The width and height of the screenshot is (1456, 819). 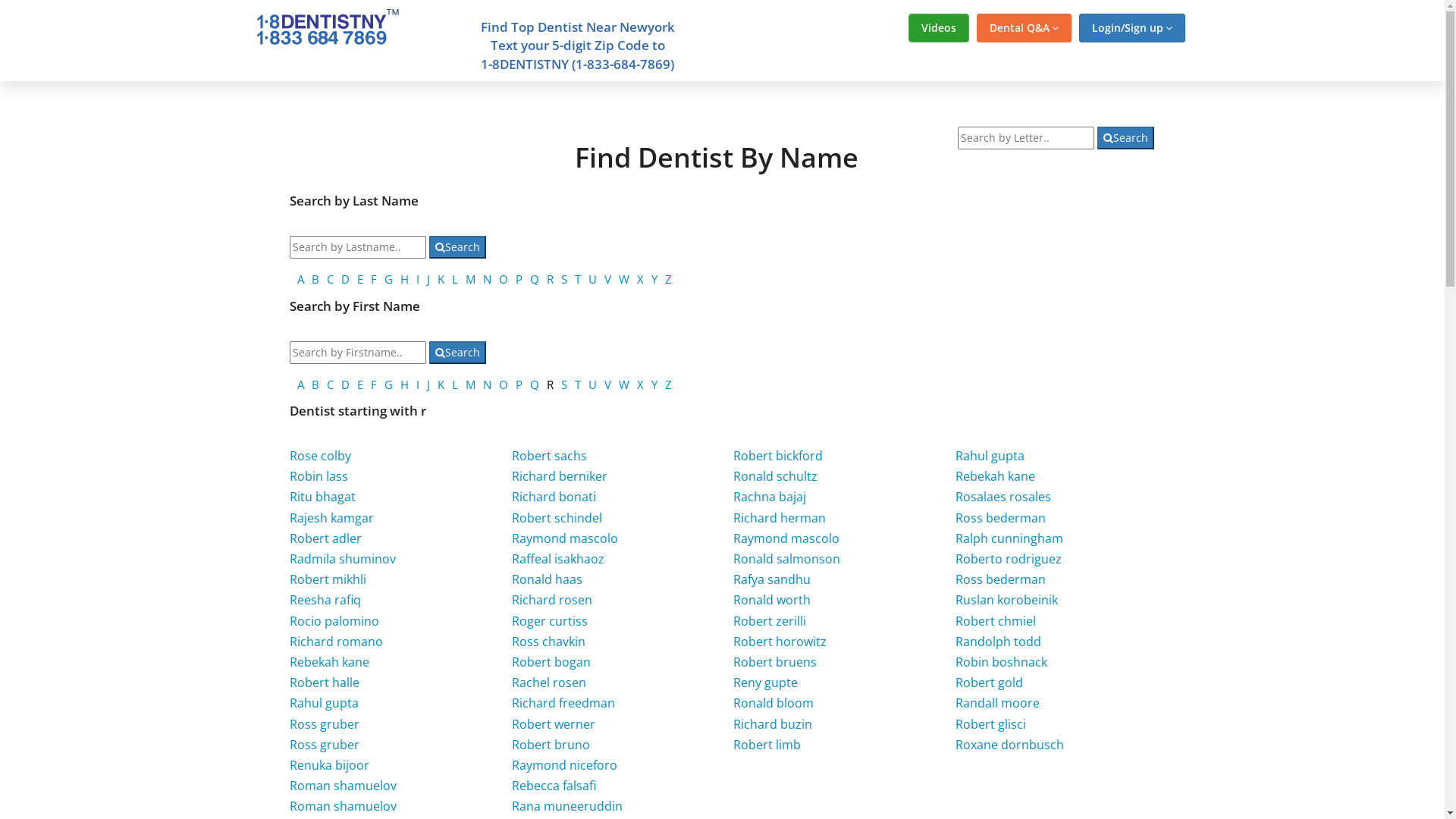 What do you see at coordinates (300, 278) in the screenshot?
I see `'A'` at bounding box center [300, 278].